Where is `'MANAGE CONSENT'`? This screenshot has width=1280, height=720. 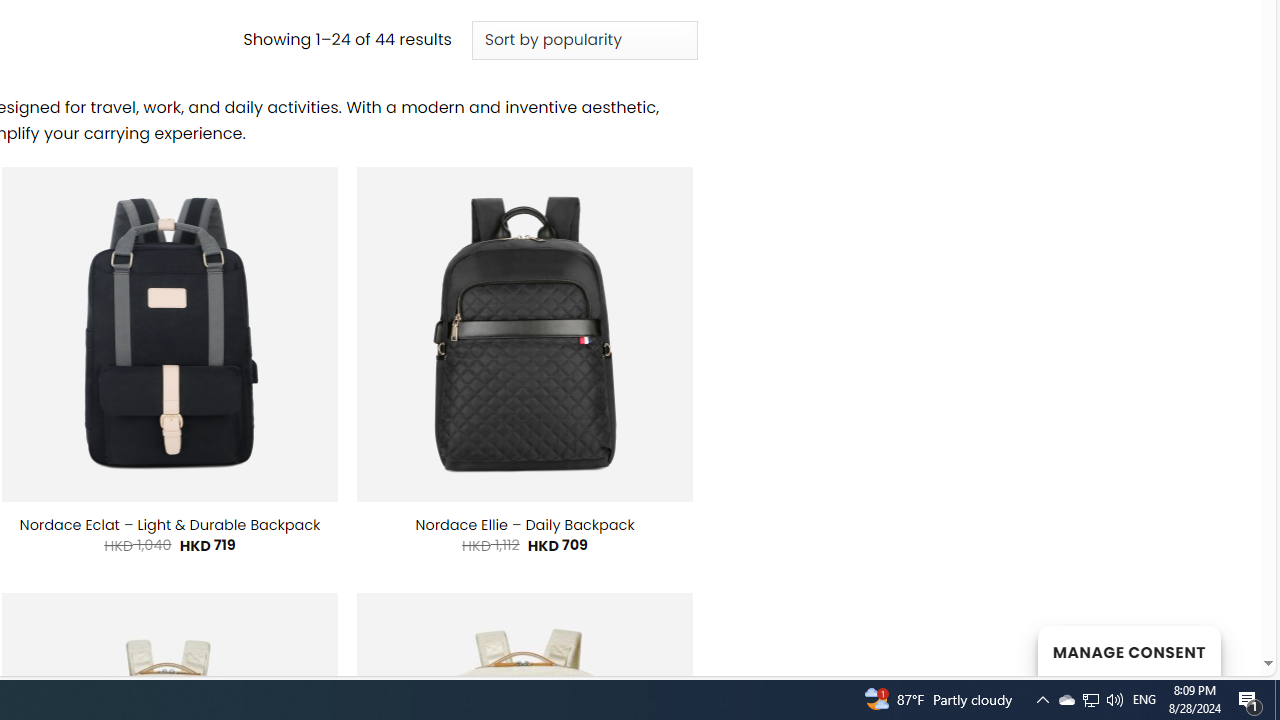 'MANAGE CONSENT' is located at coordinates (1128, 650).